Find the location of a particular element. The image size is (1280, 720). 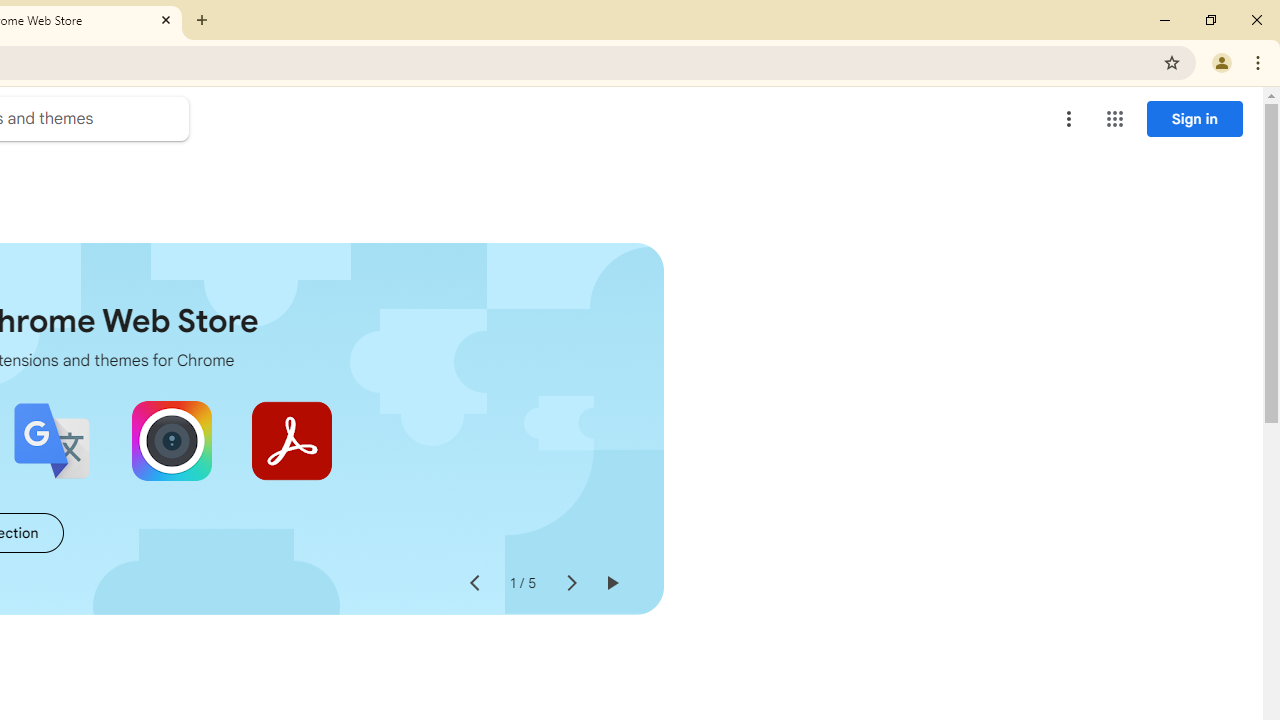

'More options menu' is located at coordinates (1068, 119).